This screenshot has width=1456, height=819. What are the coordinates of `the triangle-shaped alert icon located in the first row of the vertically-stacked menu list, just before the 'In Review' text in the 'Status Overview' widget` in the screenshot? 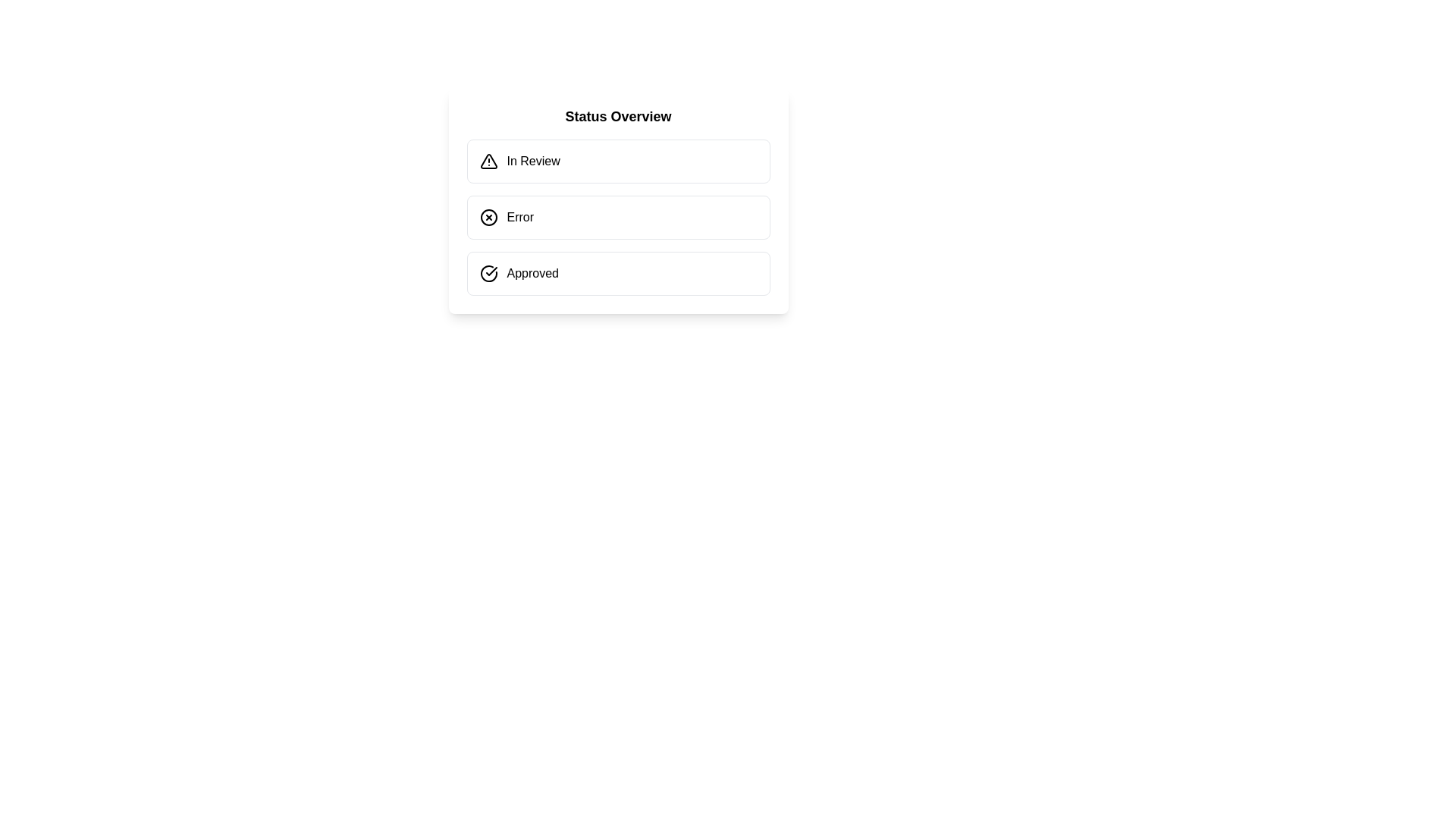 It's located at (488, 161).